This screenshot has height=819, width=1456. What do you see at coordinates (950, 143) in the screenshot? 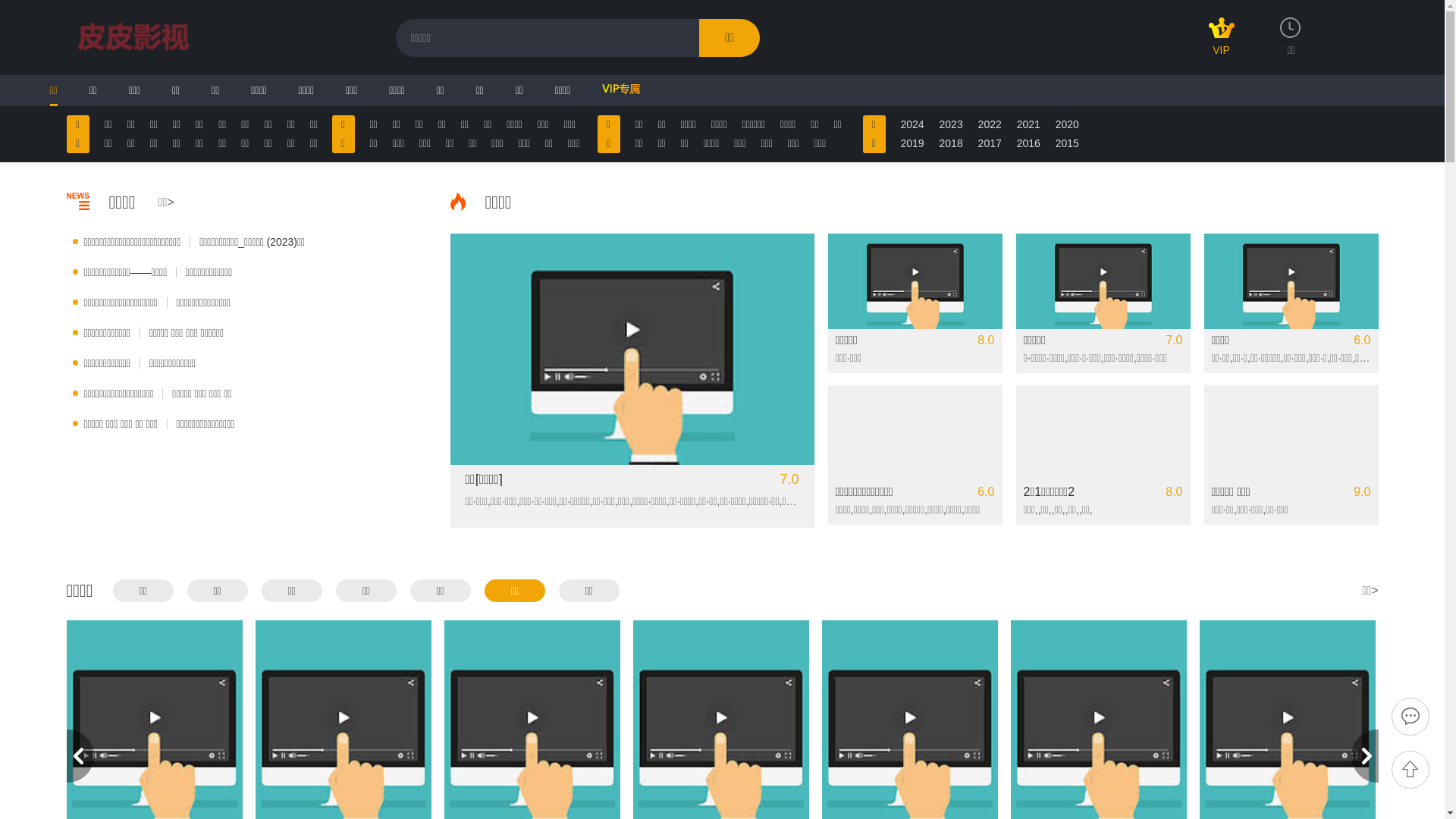
I see `'2018'` at bounding box center [950, 143].